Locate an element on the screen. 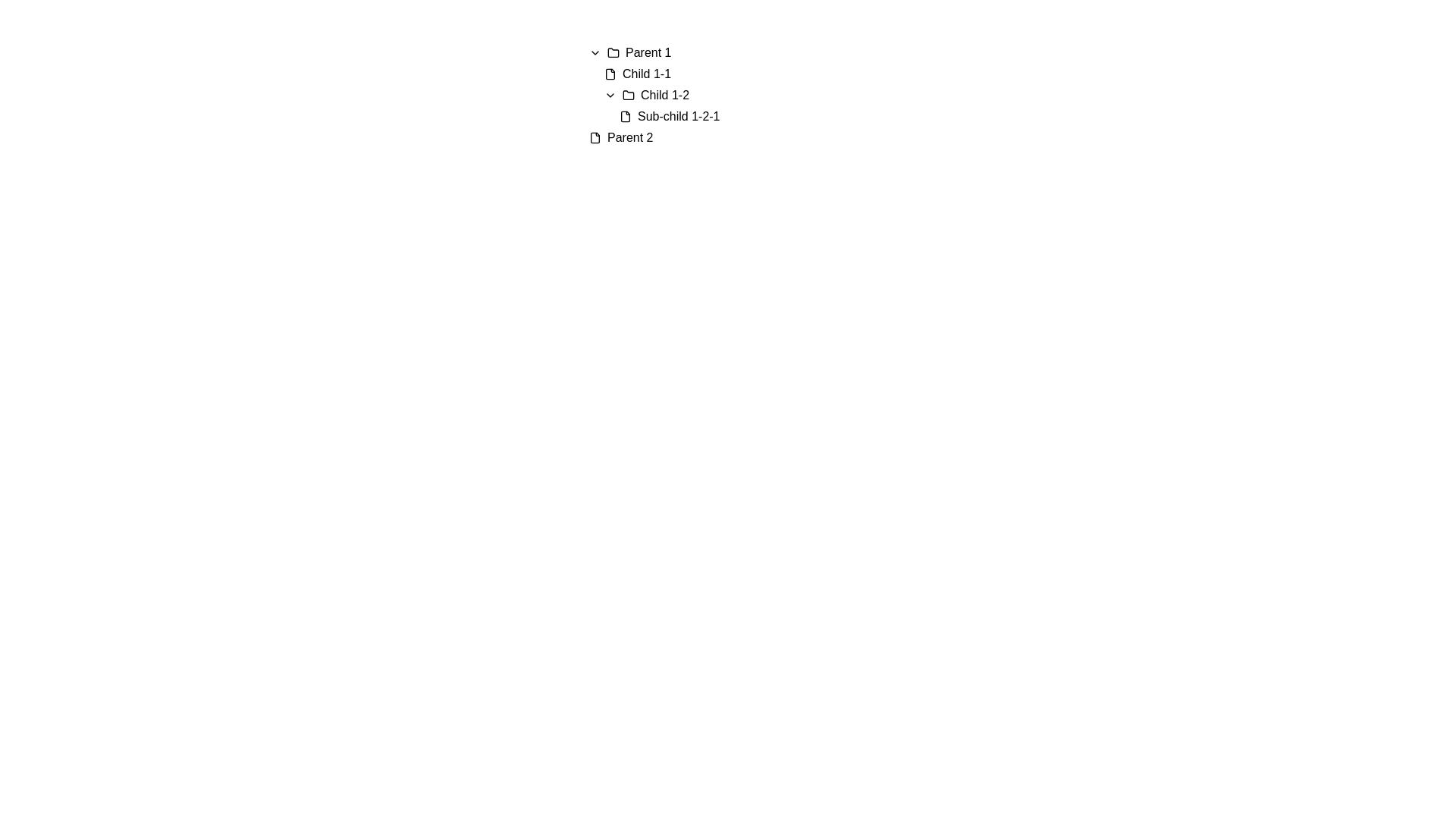  the first icon-based button that toggles the visibility of the associated content or nested section using keyboard navigation is located at coordinates (610, 96).